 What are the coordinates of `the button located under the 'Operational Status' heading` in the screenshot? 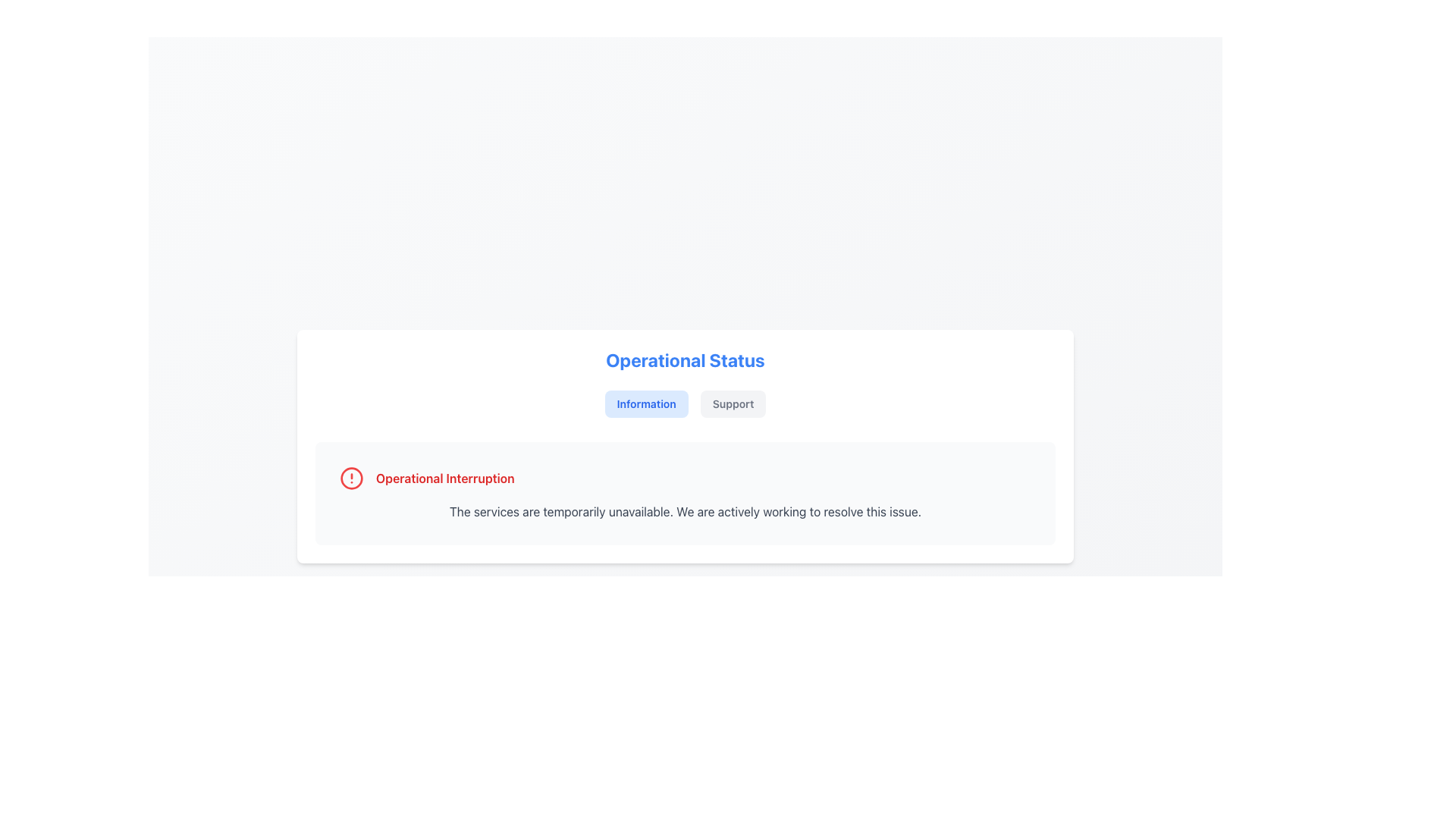 It's located at (646, 403).